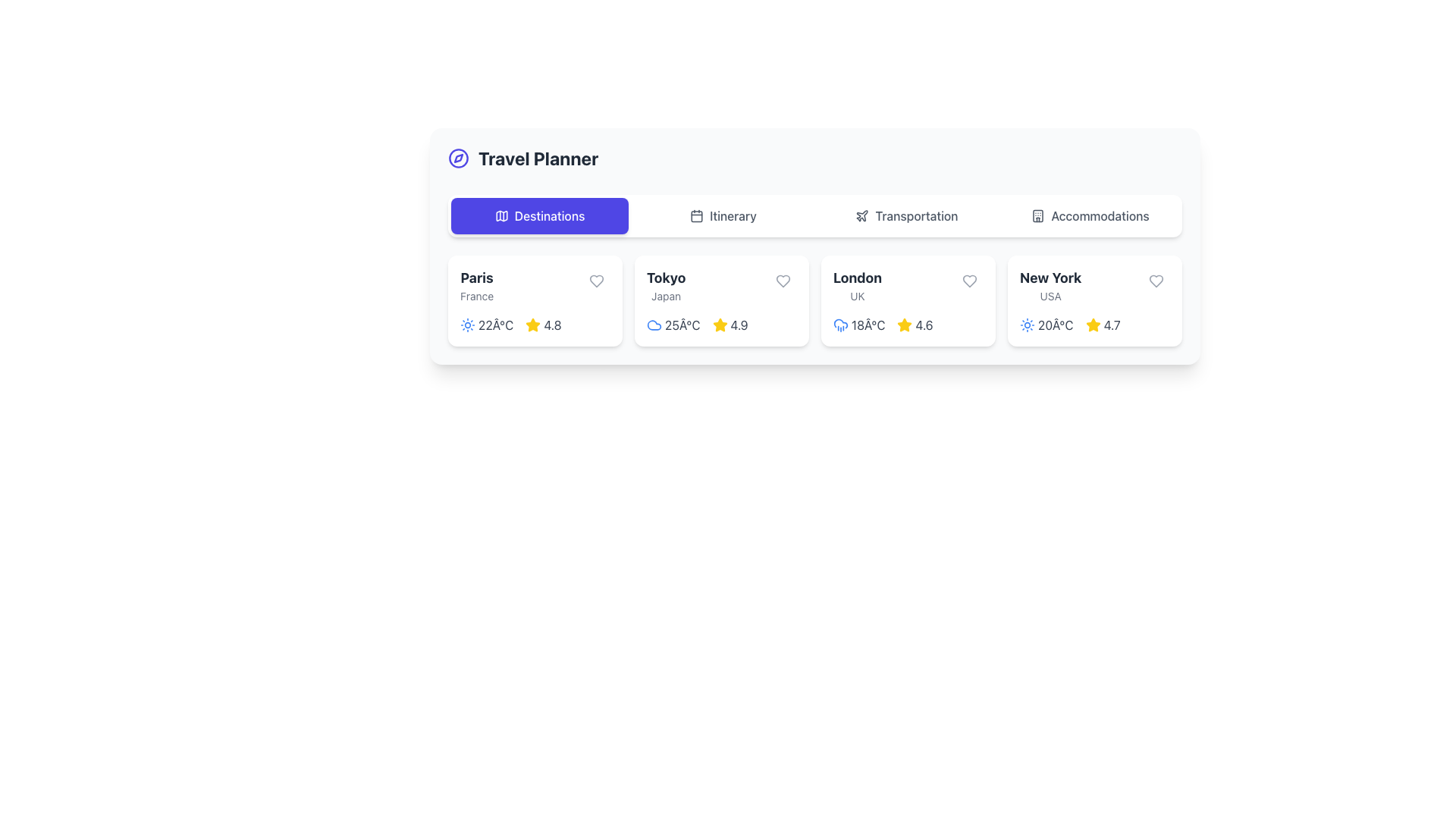 The height and width of the screenshot is (819, 1456). What do you see at coordinates (1055, 324) in the screenshot?
I see `temperature indicator label displaying '20°C' styled in gray color, located below the blue sun icon in the New York information card` at bounding box center [1055, 324].